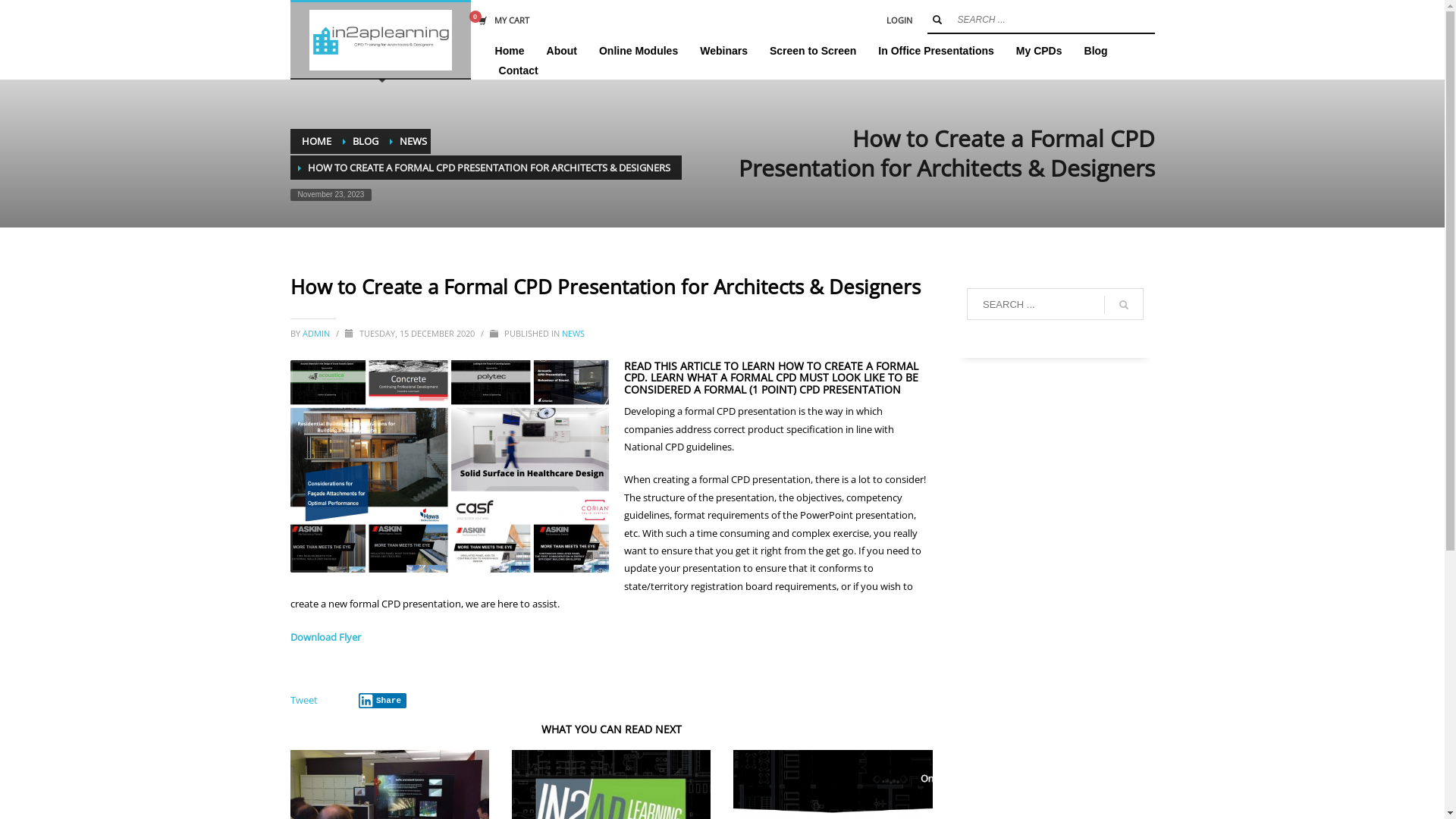 This screenshot has height=819, width=1456. Describe the element at coordinates (560, 49) in the screenshot. I see `'About'` at that location.